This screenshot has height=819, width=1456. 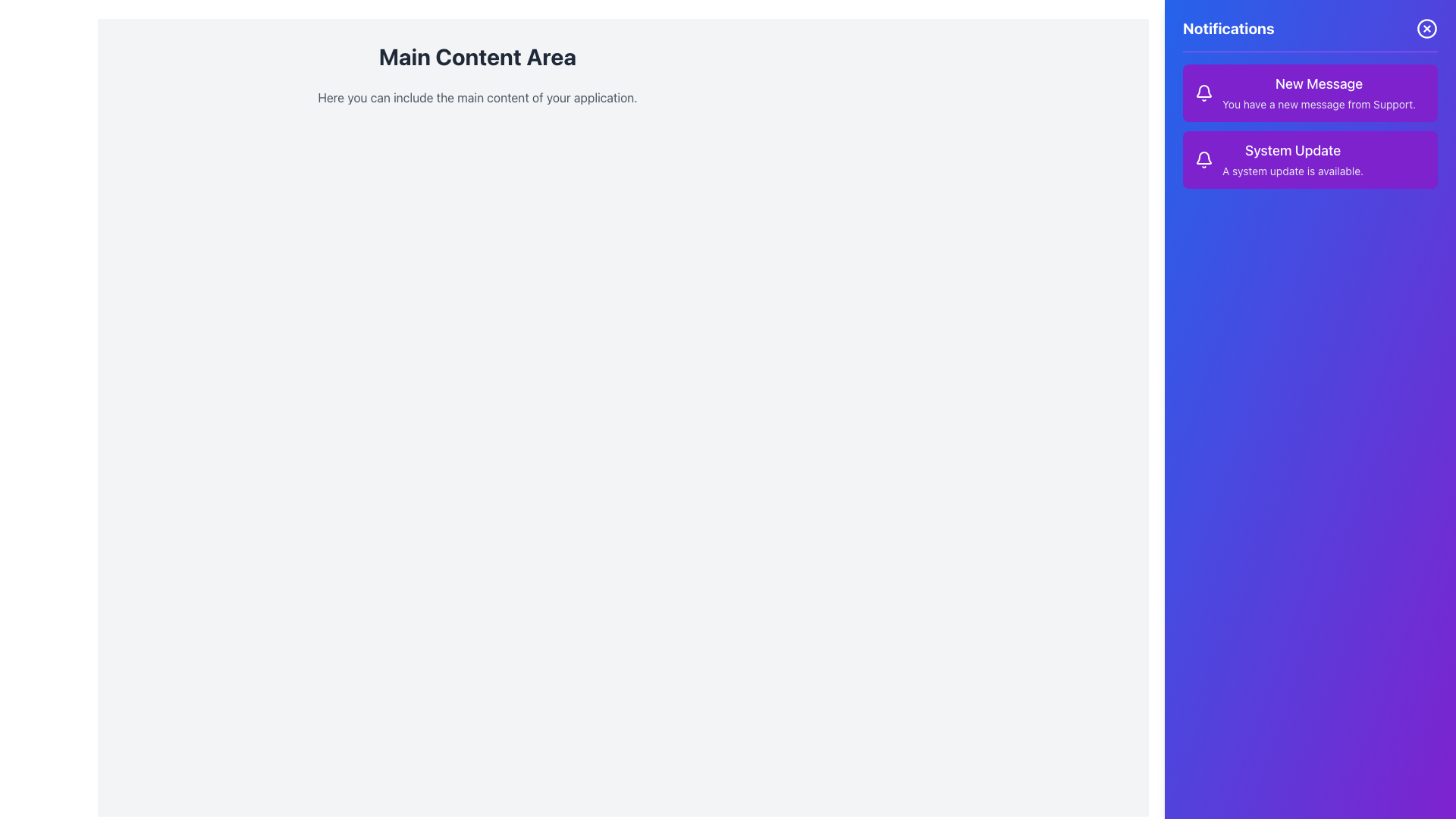 I want to click on static text notification message that states 'You have a new message from Support.' It is styled in a smaller font size and light gray color, located within a purple notification card beneath the heading 'New Message.', so click(x=1318, y=103).